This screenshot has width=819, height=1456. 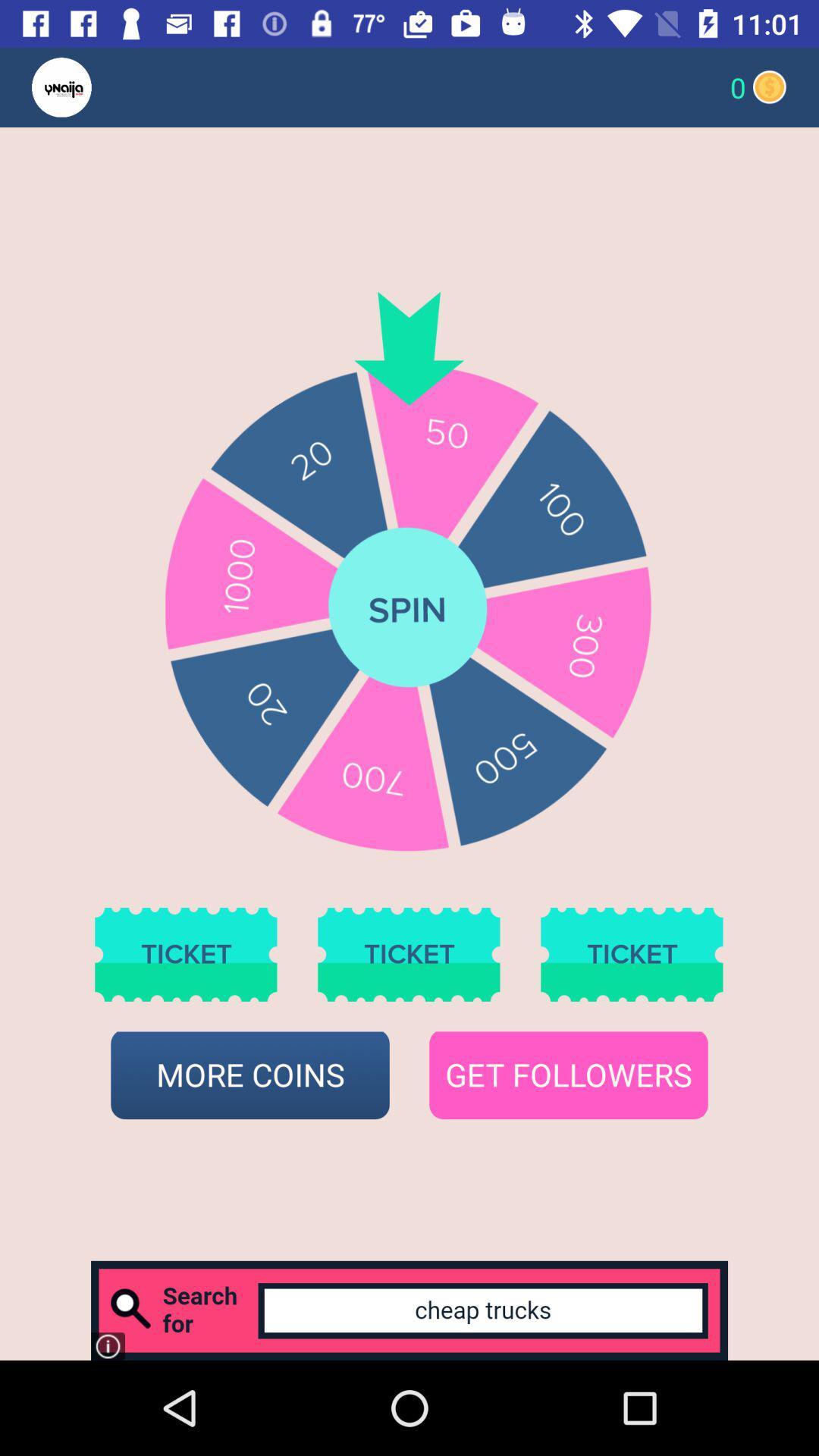 I want to click on item to the left of get followers icon, so click(x=249, y=1075).